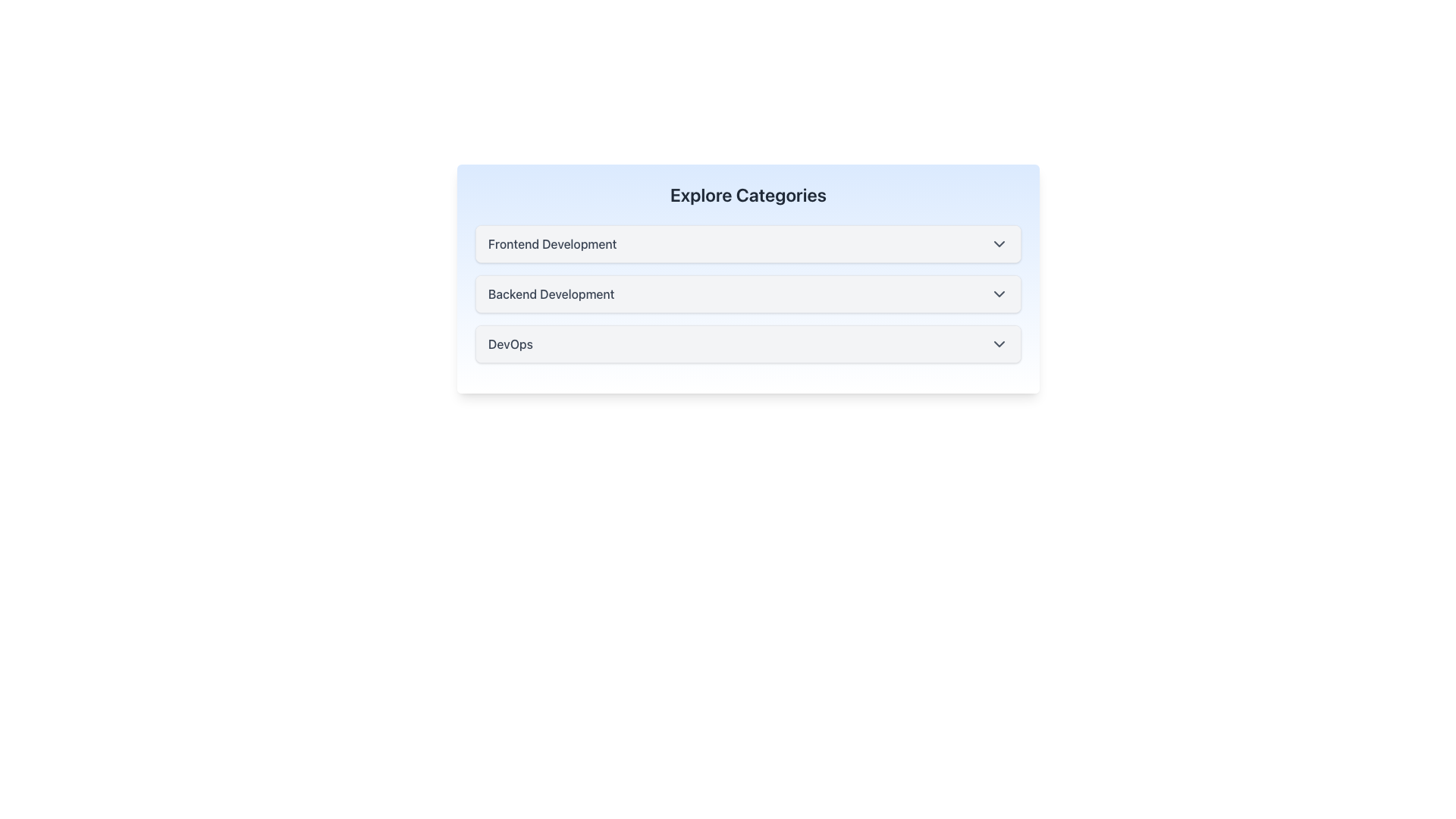 This screenshot has height=819, width=1456. What do you see at coordinates (748, 294) in the screenshot?
I see `the 'Backend Development' button, which is the second item in the vertically stacked list under 'Explore Categories'` at bounding box center [748, 294].